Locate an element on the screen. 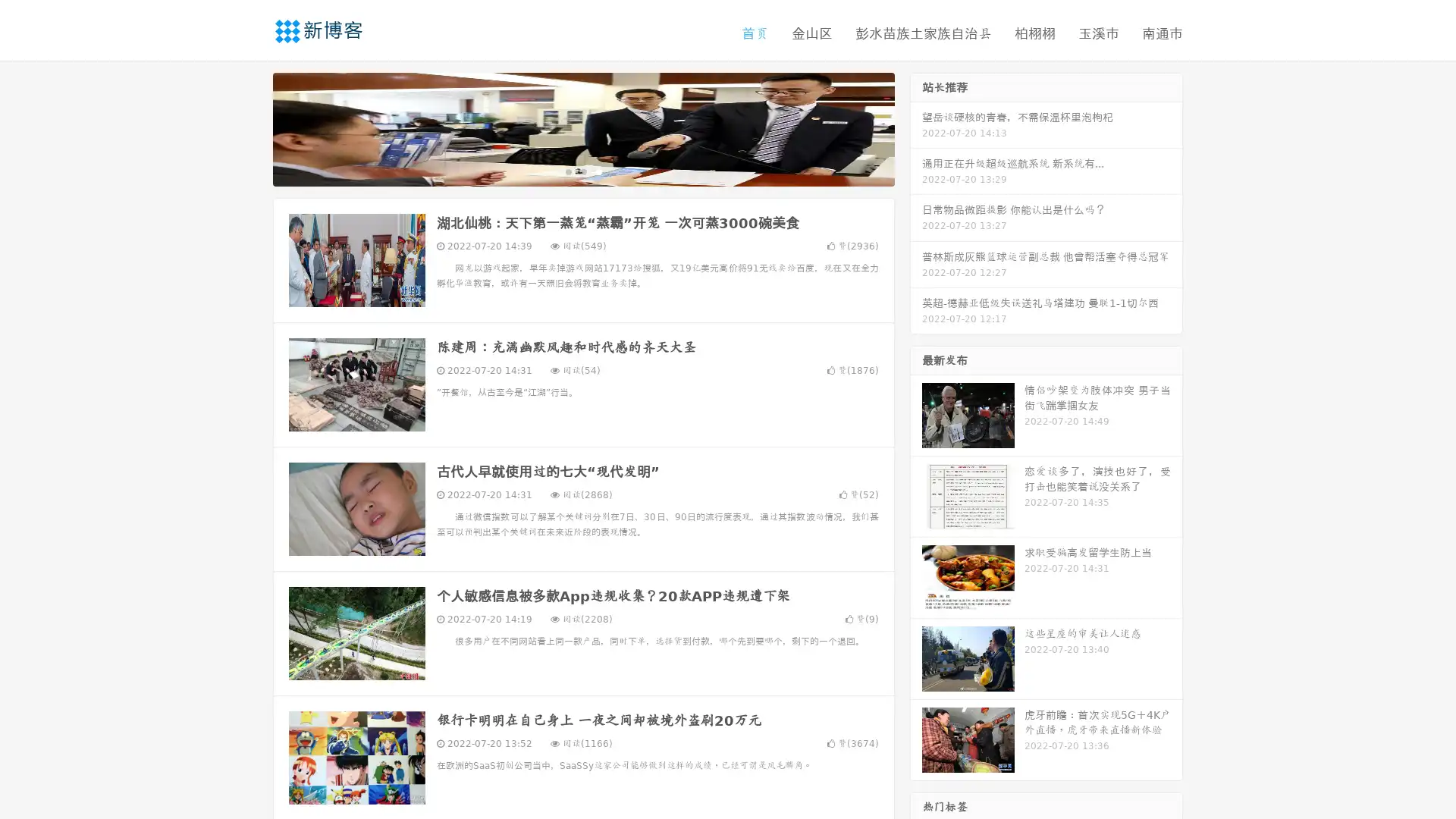 The image size is (1456, 819). Previous slide is located at coordinates (250, 127).